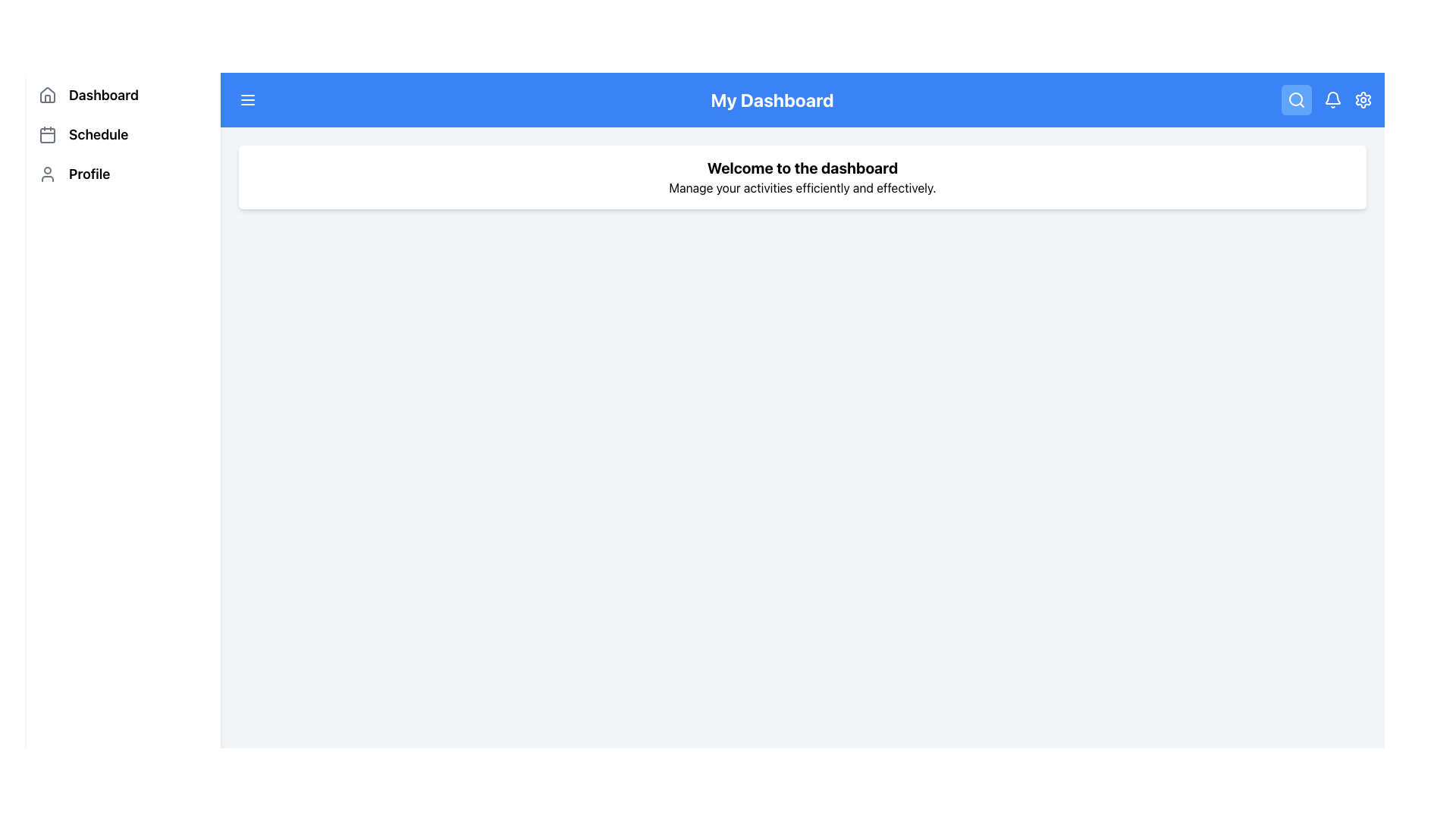 This screenshot has width=1456, height=819. What do you see at coordinates (247, 99) in the screenshot?
I see `the hamburger menu icon, which consists of three horizontal white lines on a blue background` at bounding box center [247, 99].